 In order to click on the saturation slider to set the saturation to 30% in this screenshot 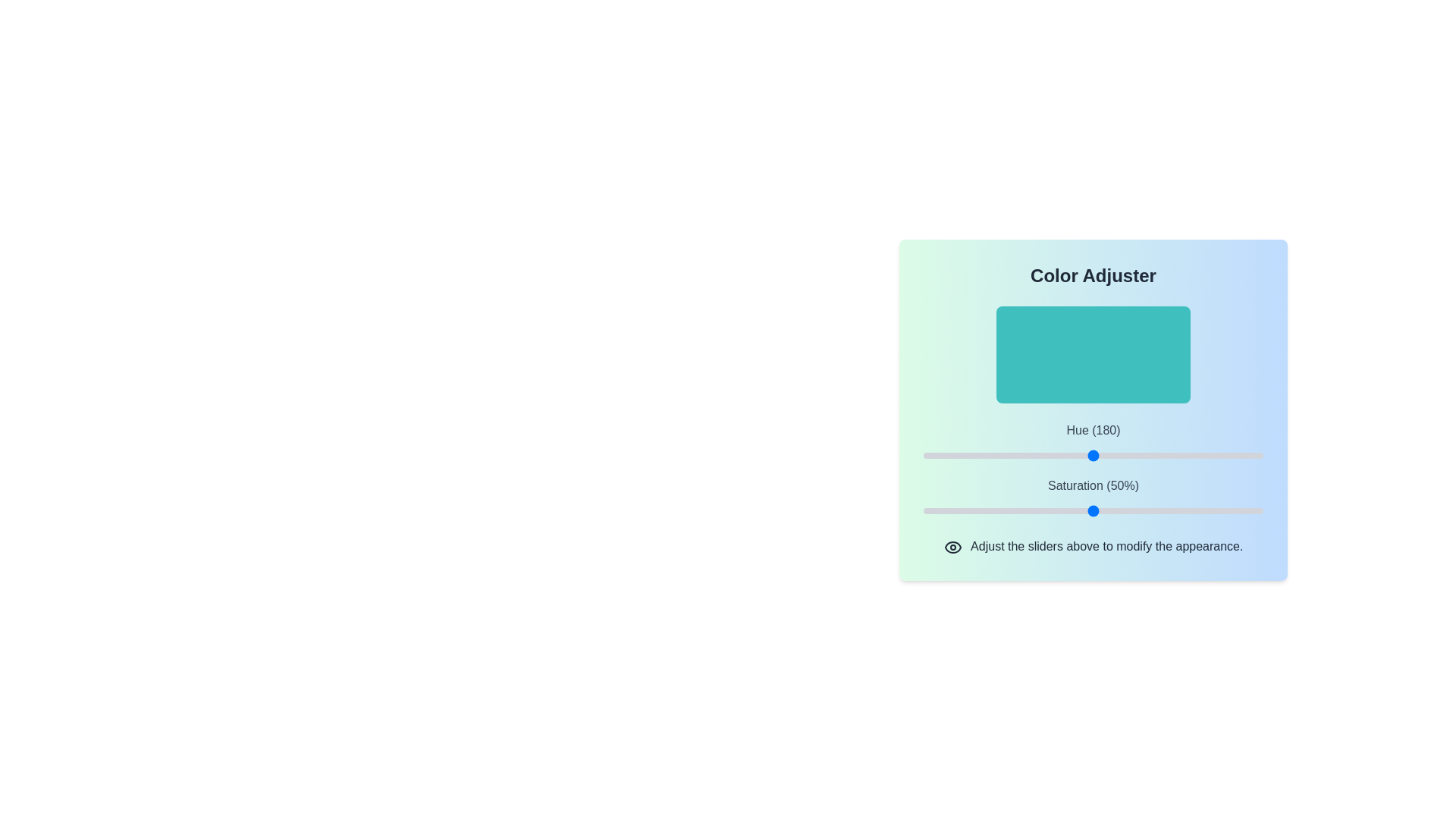, I will do `click(1025, 511)`.